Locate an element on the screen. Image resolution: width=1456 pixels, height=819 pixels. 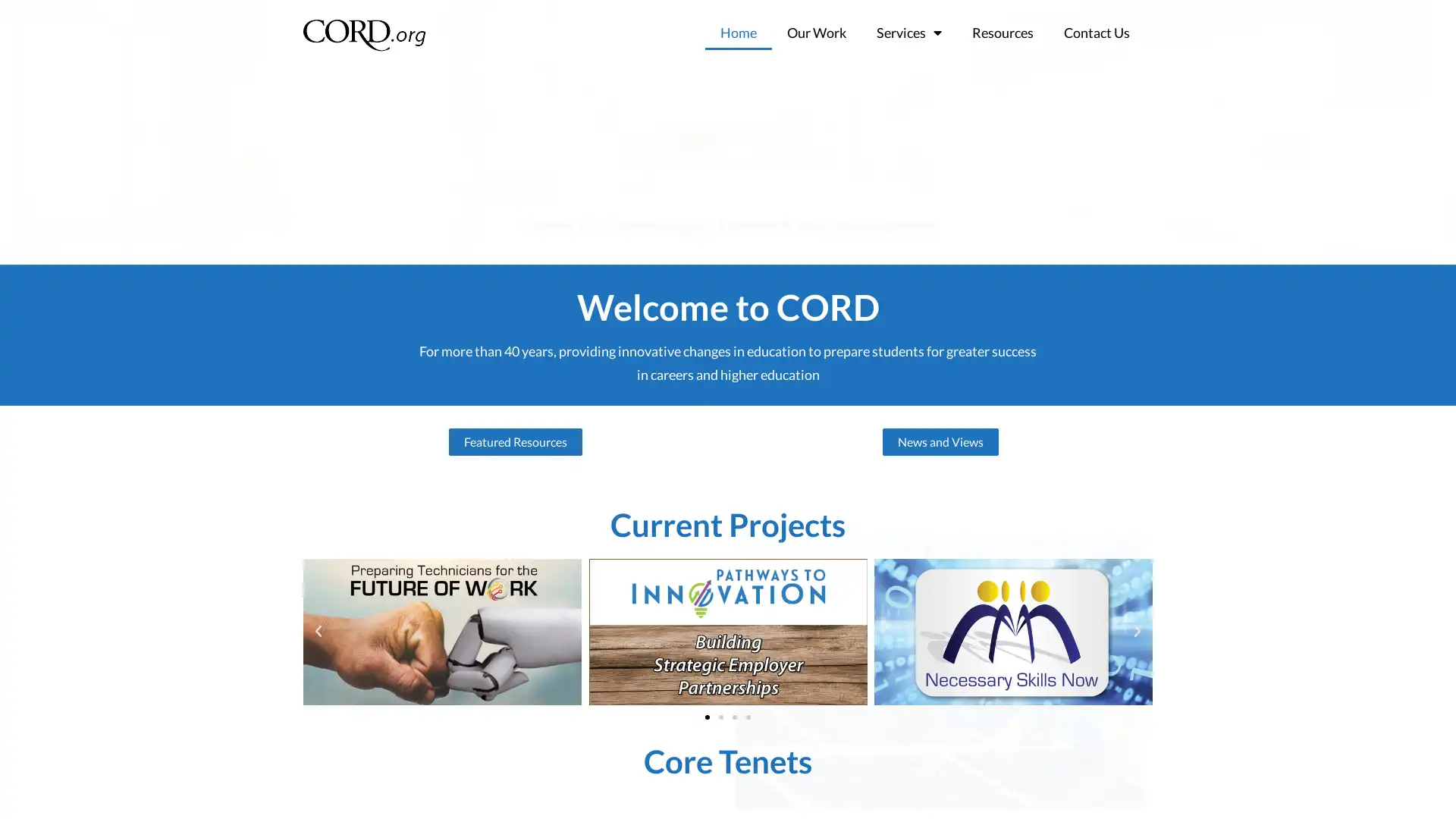
Next slide is located at coordinates (1137, 631).